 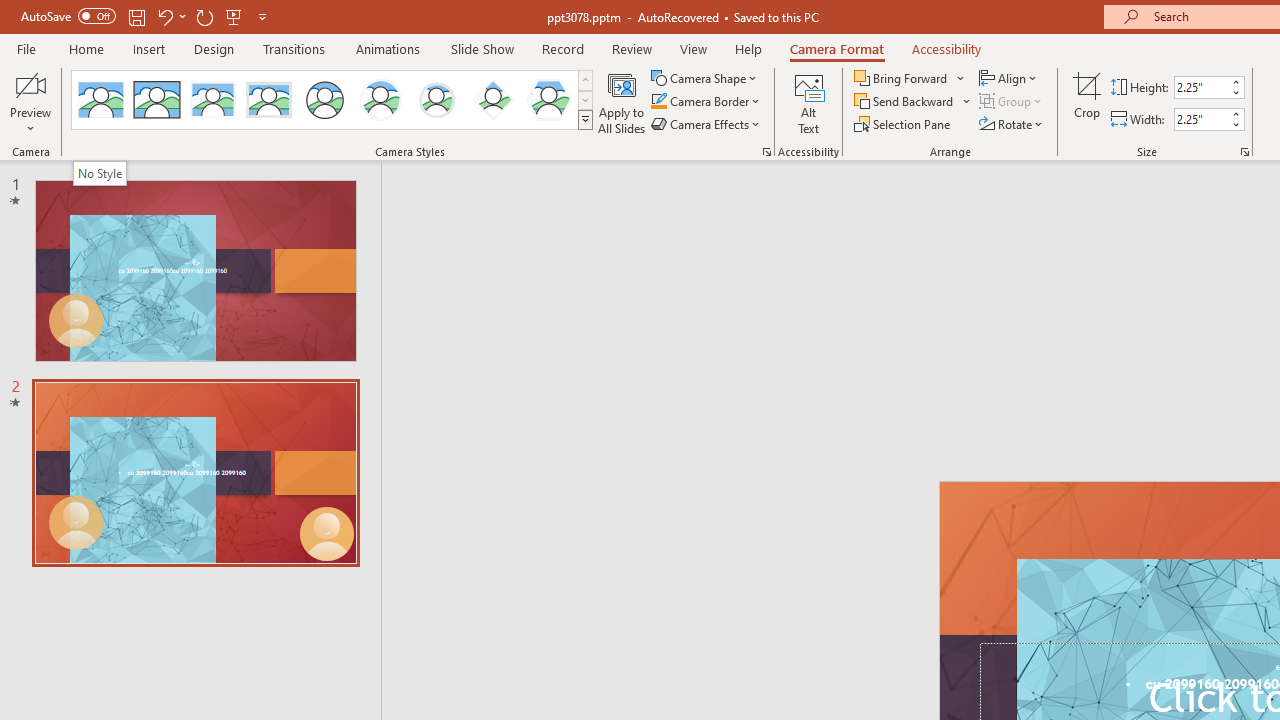 What do you see at coordinates (68, 16) in the screenshot?
I see `'AutoSave'` at bounding box center [68, 16].